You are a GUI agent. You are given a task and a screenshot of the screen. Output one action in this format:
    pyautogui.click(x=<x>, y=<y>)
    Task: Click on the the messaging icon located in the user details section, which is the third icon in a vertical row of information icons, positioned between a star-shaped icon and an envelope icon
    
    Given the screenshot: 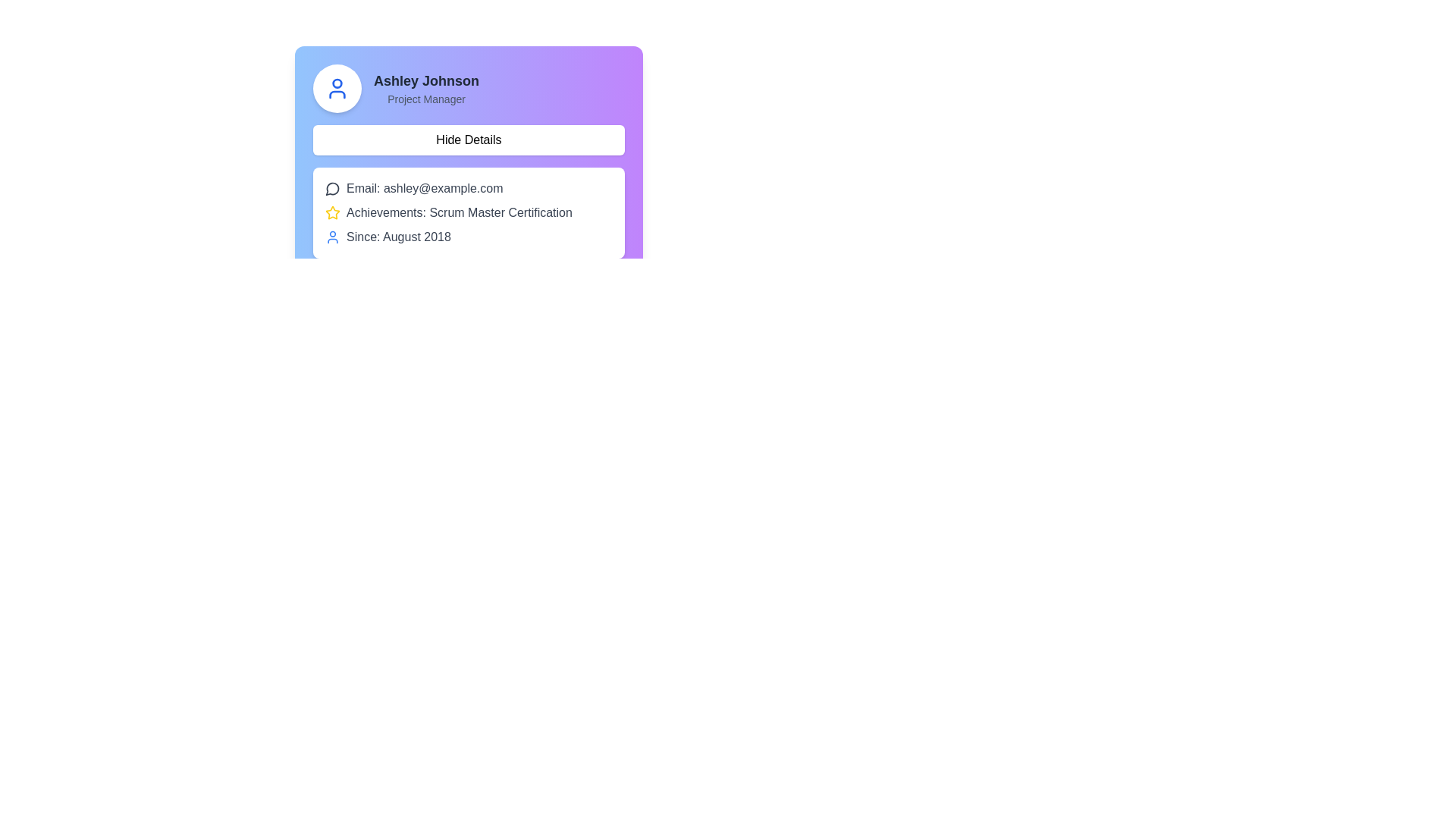 What is the action you would take?
    pyautogui.click(x=331, y=188)
    